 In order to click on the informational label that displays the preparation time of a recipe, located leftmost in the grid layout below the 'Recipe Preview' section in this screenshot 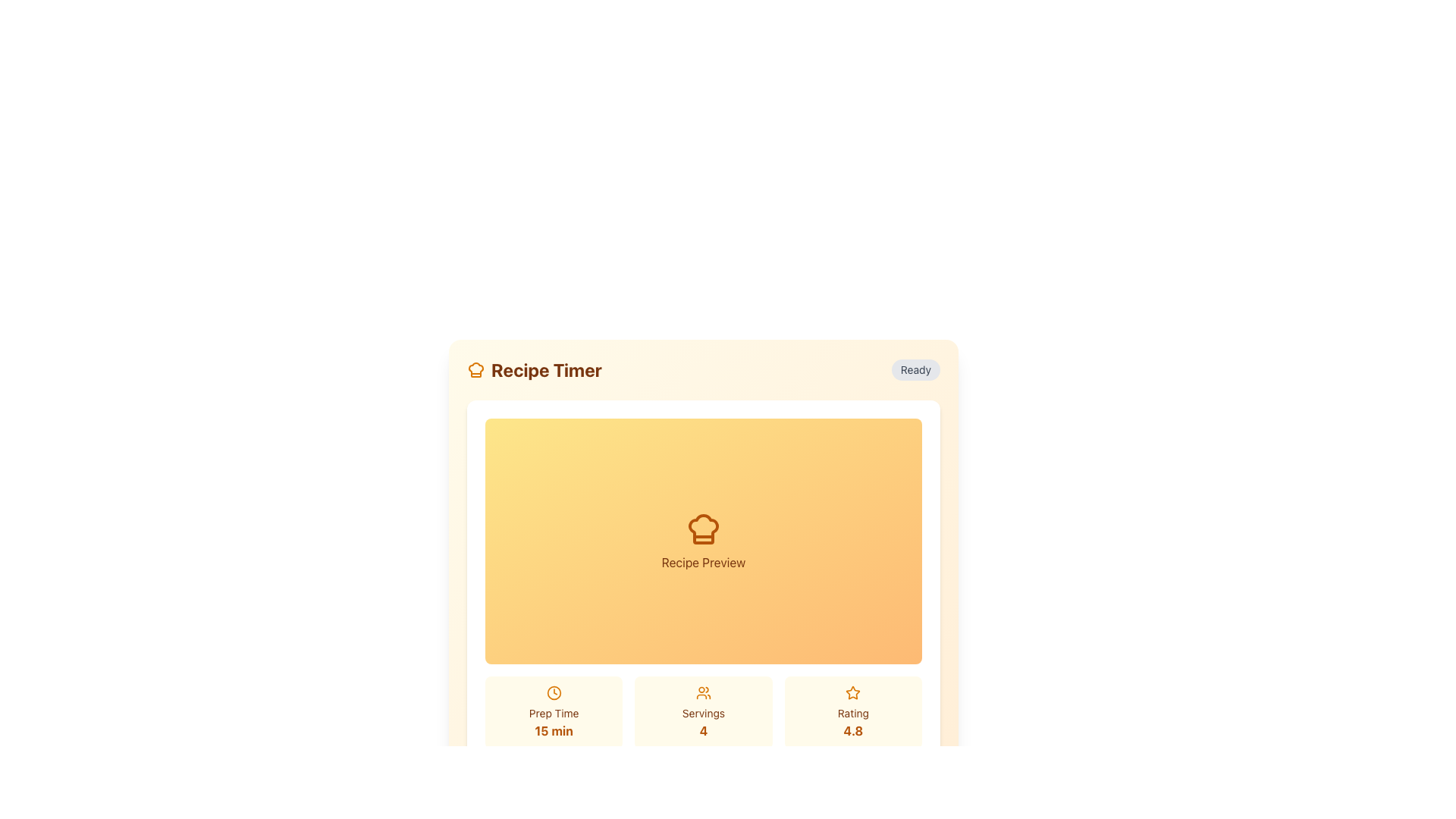, I will do `click(553, 713)`.